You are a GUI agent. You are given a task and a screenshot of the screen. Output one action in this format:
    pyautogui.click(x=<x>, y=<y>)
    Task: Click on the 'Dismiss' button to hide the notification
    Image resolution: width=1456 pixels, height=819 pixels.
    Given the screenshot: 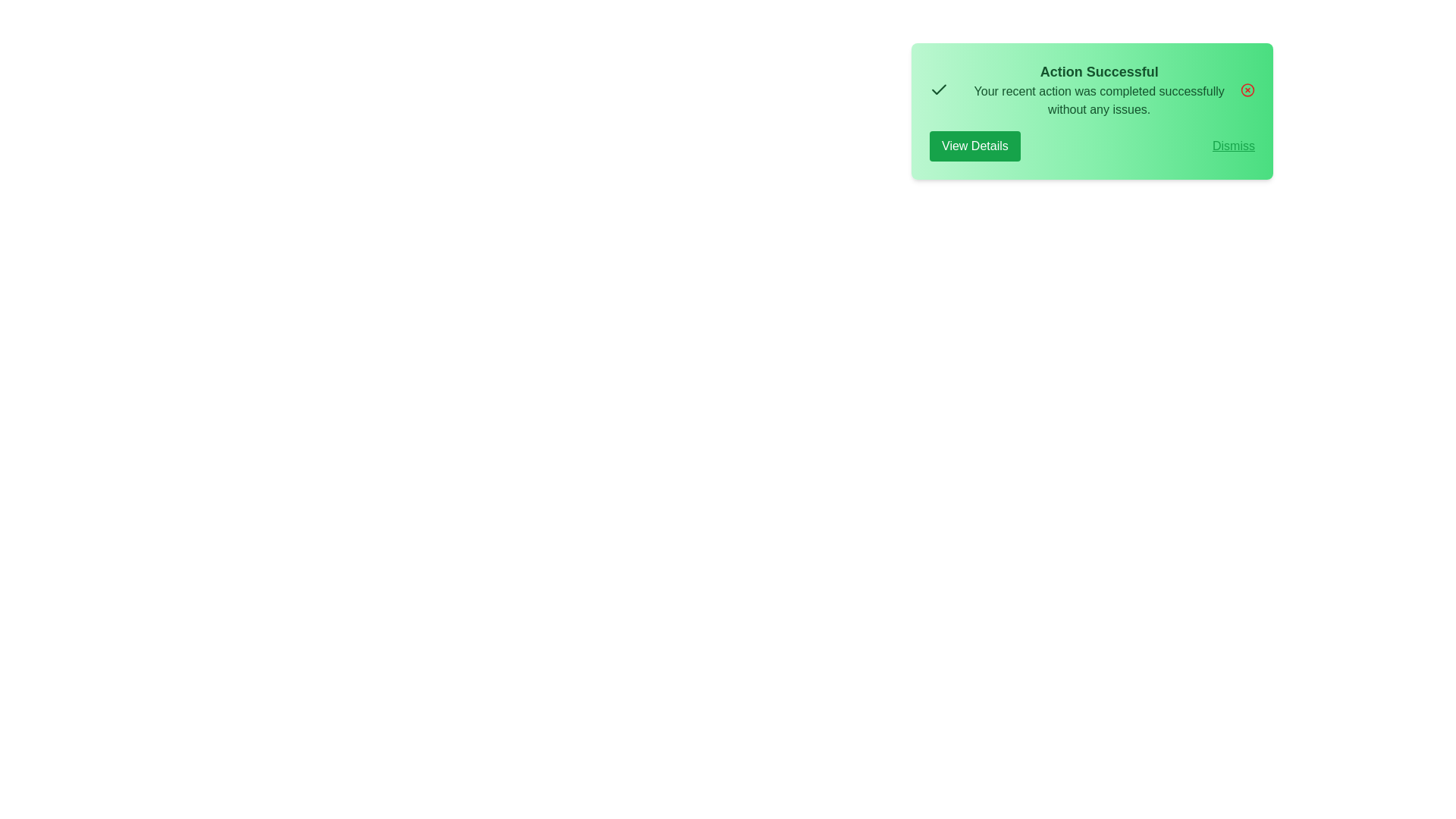 What is the action you would take?
    pyautogui.click(x=1234, y=146)
    